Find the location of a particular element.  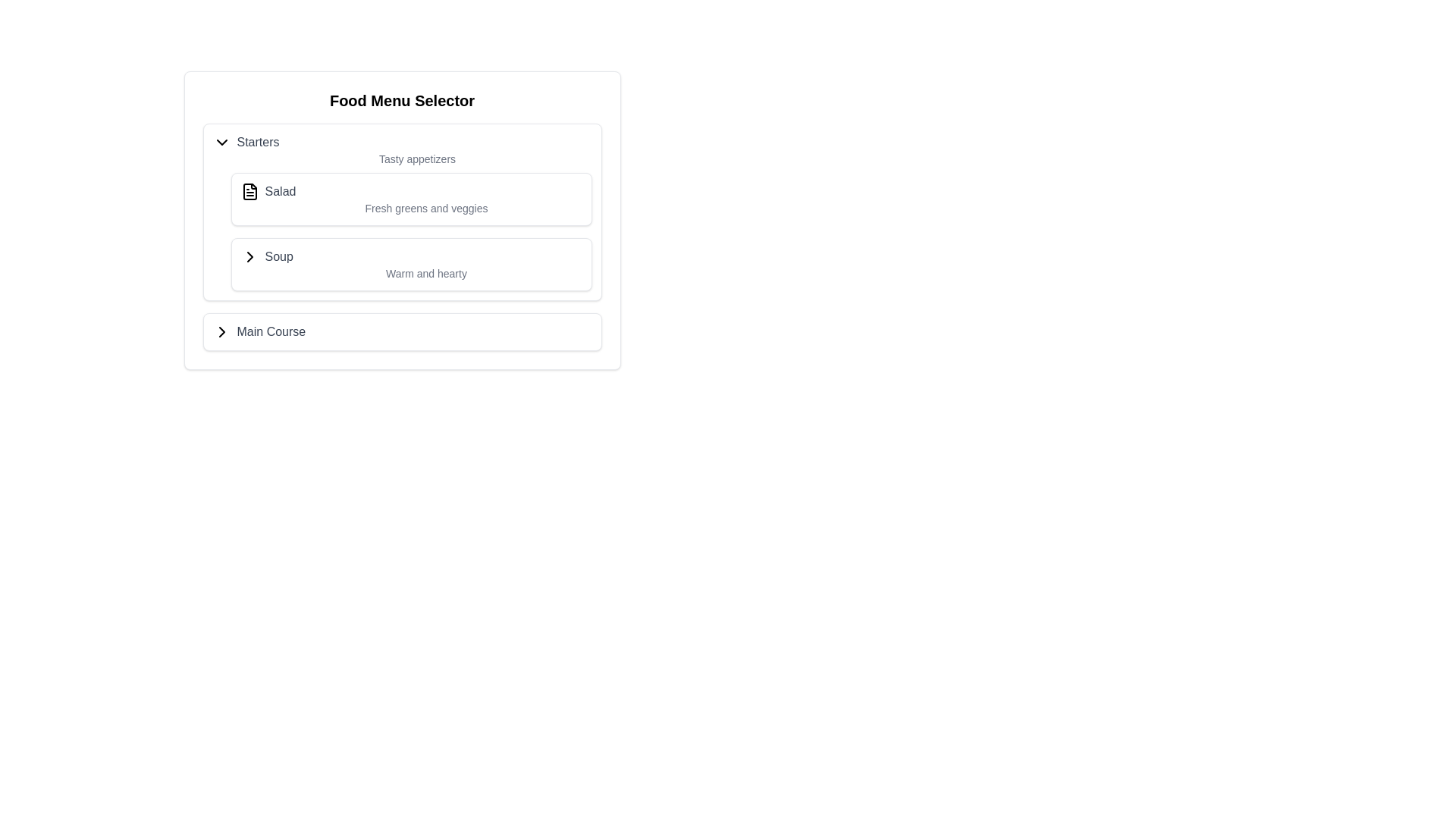

the text label displaying 'Warm and hearty' to check for any tooltips that may appear is located at coordinates (411, 274).